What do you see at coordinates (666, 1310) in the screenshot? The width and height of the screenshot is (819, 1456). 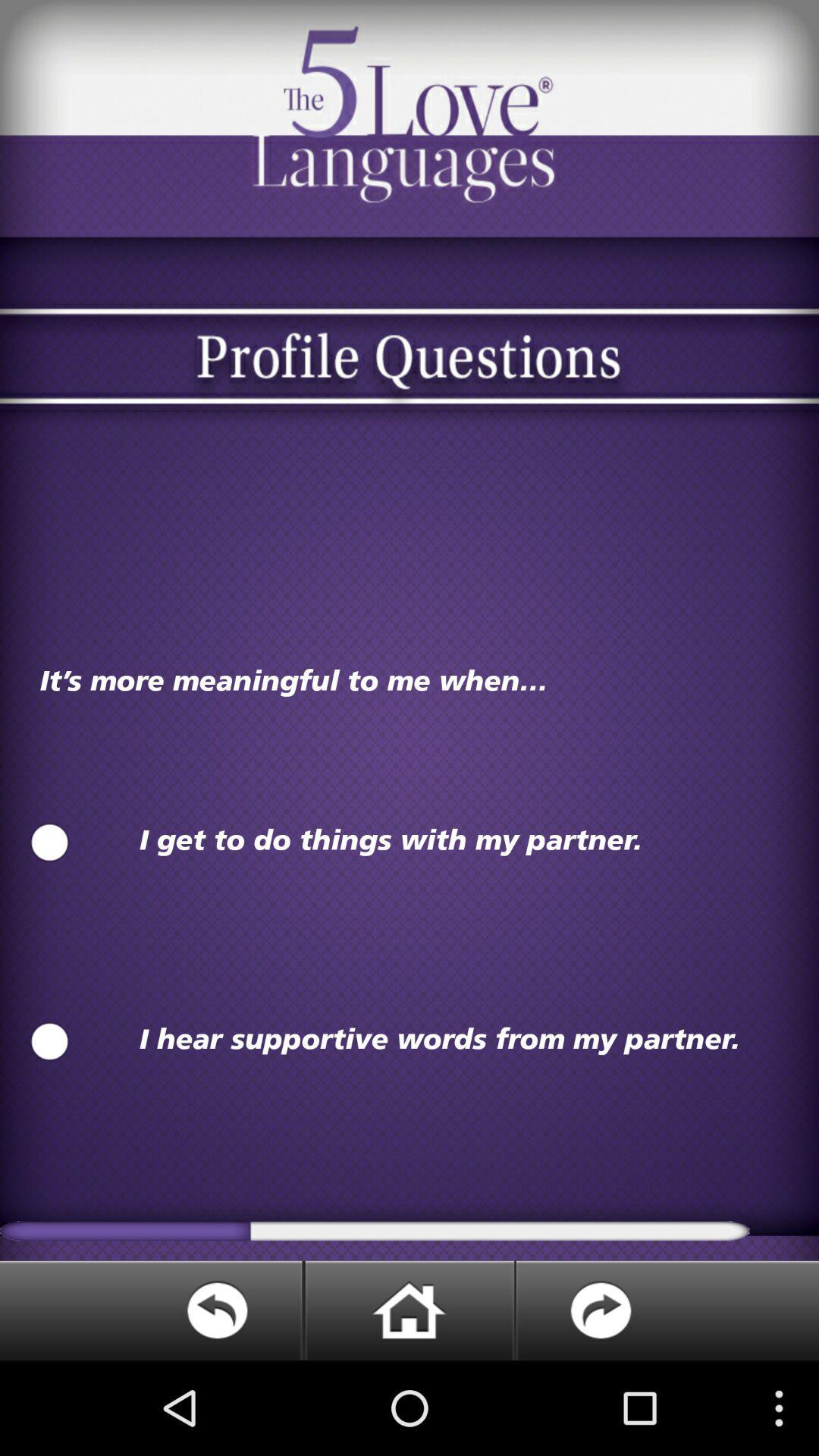 I see `next page` at bounding box center [666, 1310].